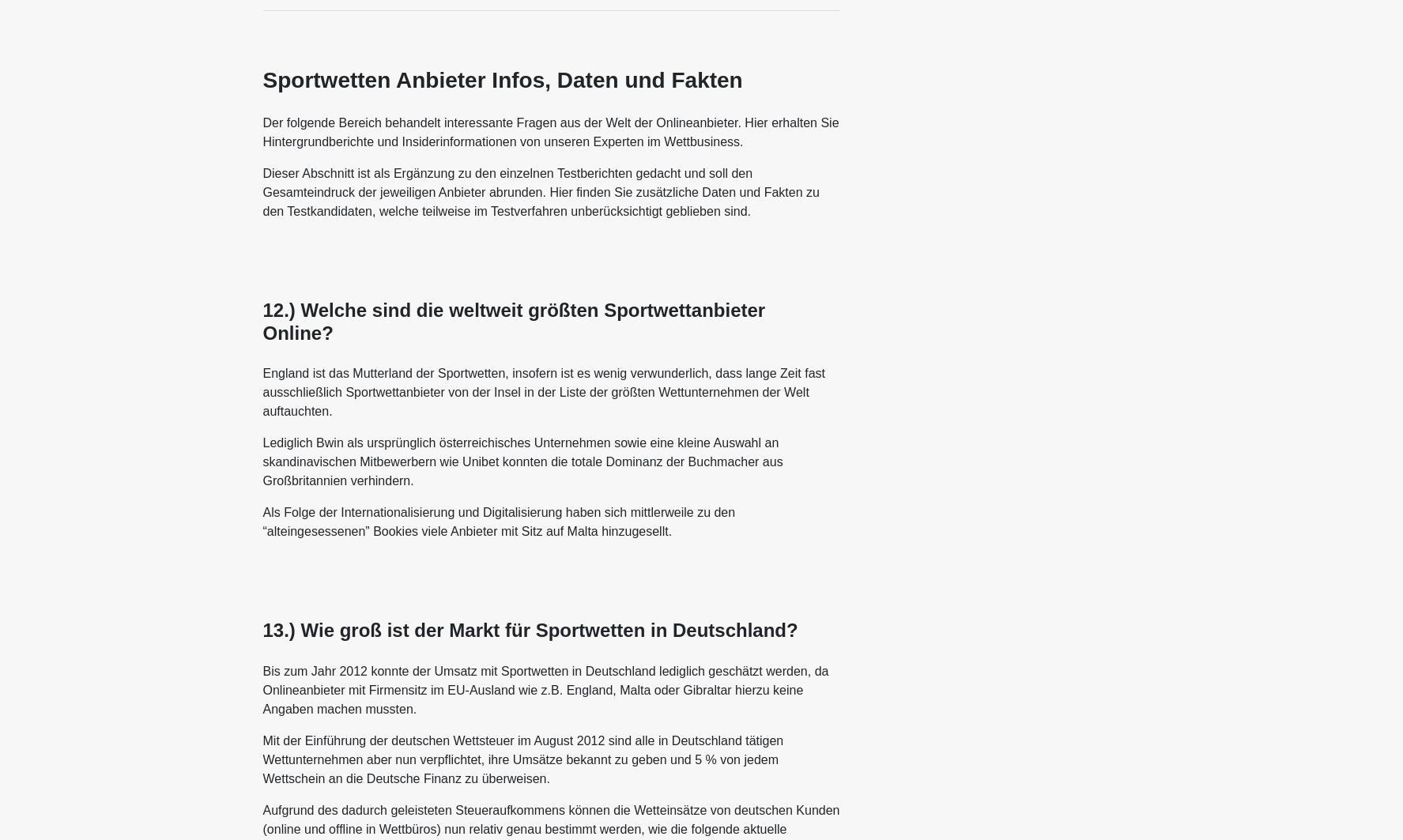  What do you see at coordinates (529, 629) in the screenshot?
I see `'13.) Wie groß ist der Markt für Sportwetten in Deutschland?'` at bounding box center [529, 629].